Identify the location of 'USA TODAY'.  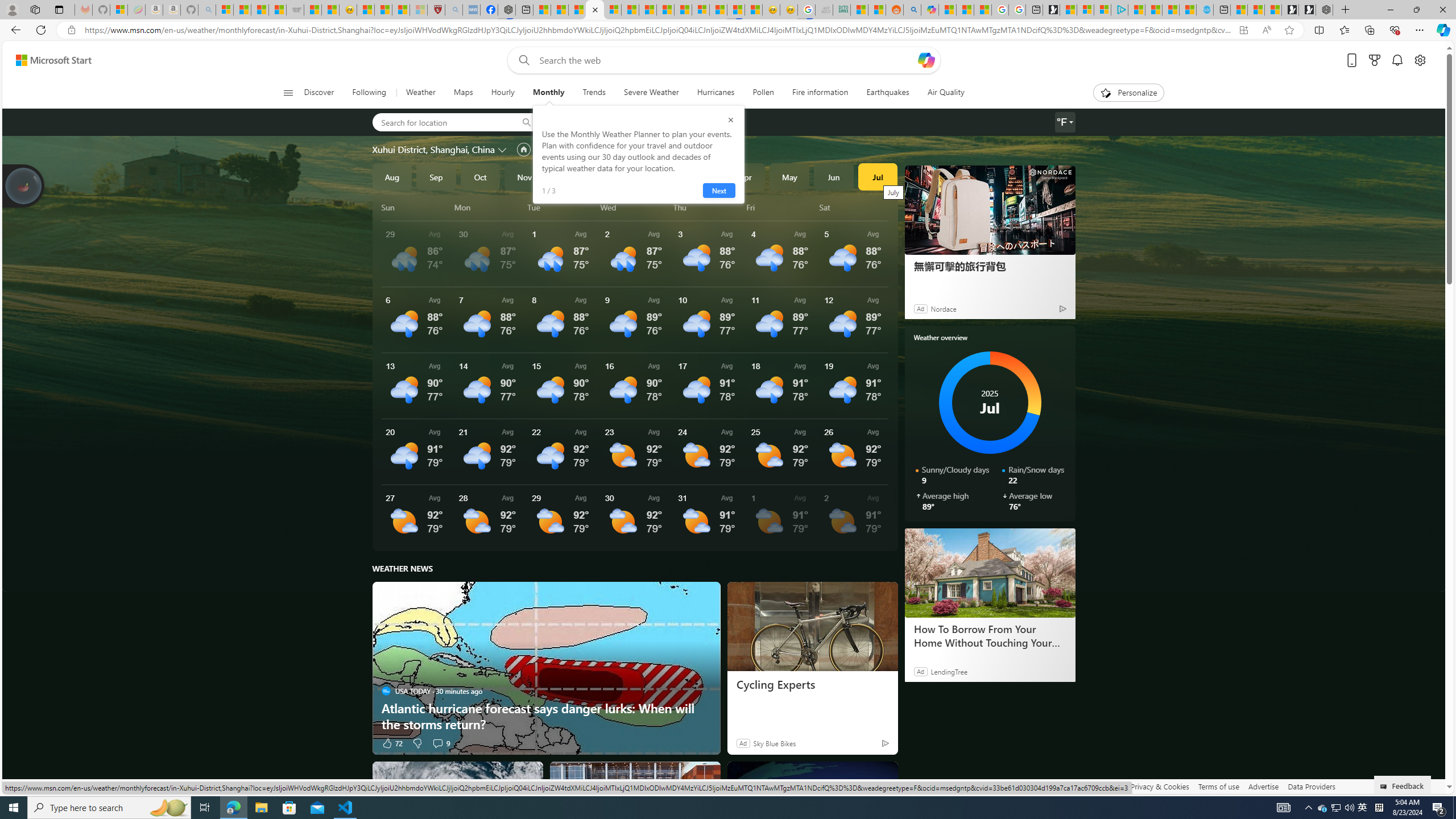
(385, 690).